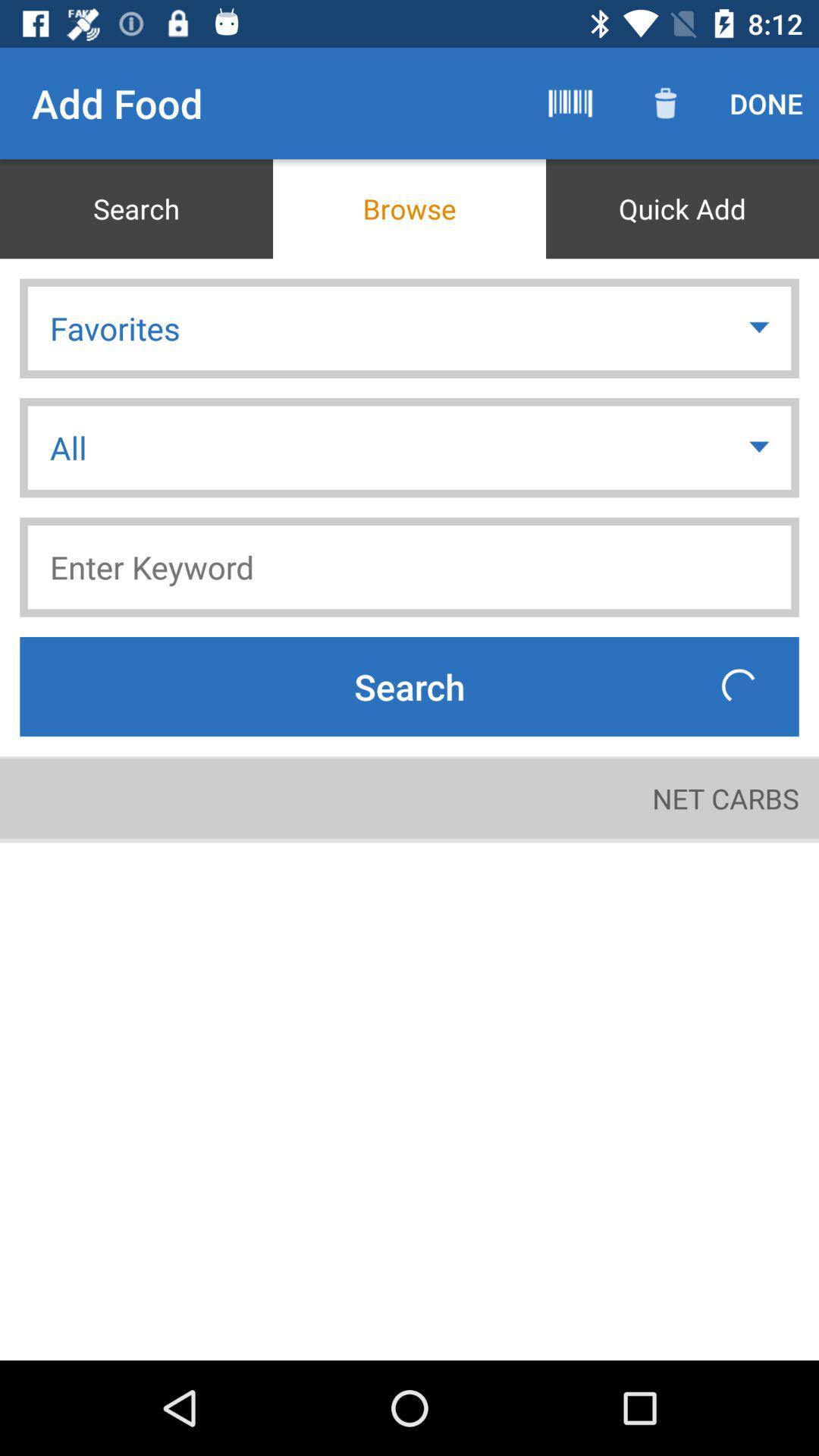  What do you see at coordinates (761, 447) in the screenshot?
I see `icon below favorites` at bounding box center [761, 447].